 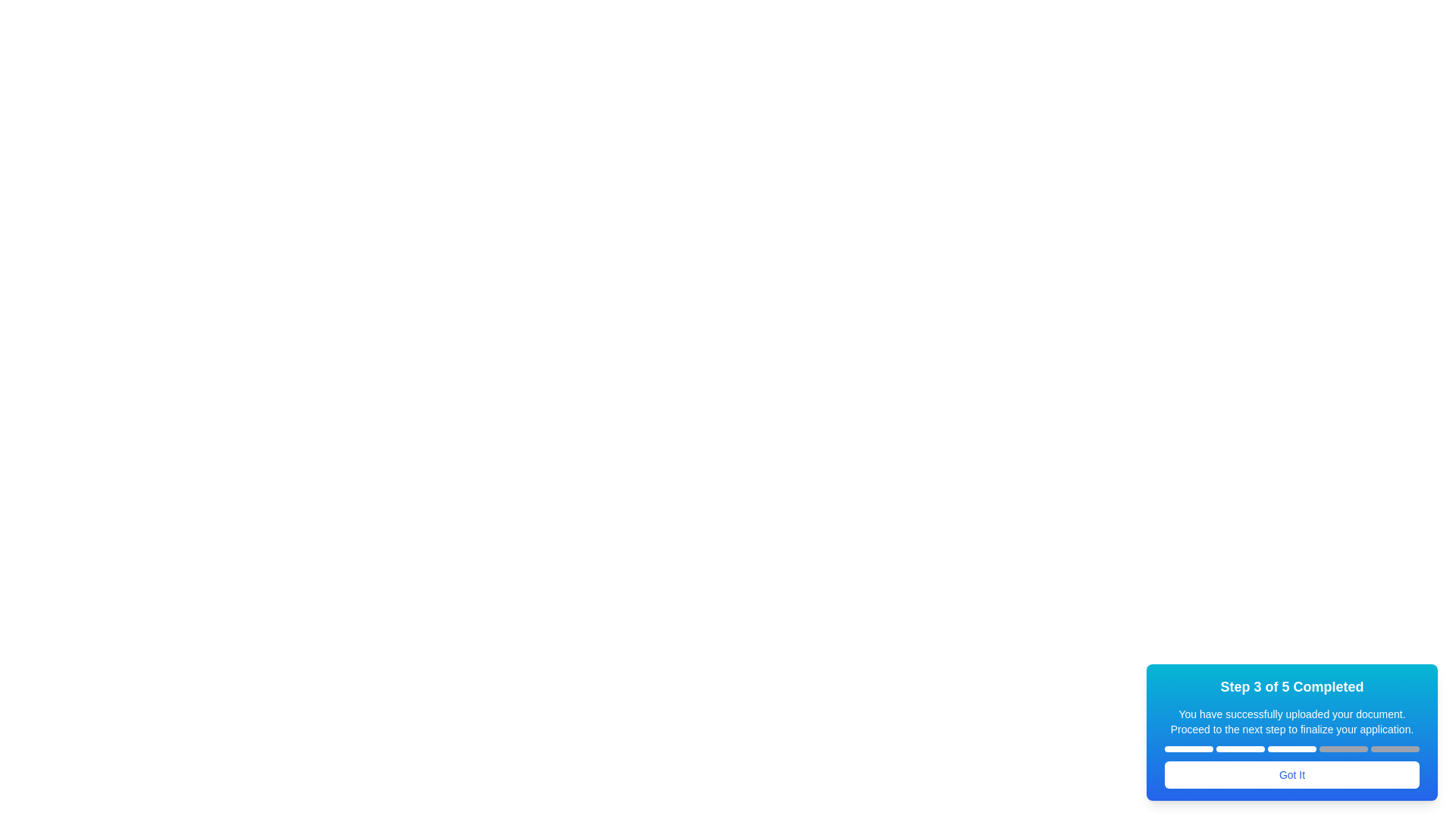 What do you see at coordinates (1291, 748) in the screenshot?
I see `the Progress Indicator, which consists of five horizontally aligned segments indicating progress, located in the bottom-right floating notification box below the message 'You have successfully uploaded your document.'` at bounding box center [1291, 748].